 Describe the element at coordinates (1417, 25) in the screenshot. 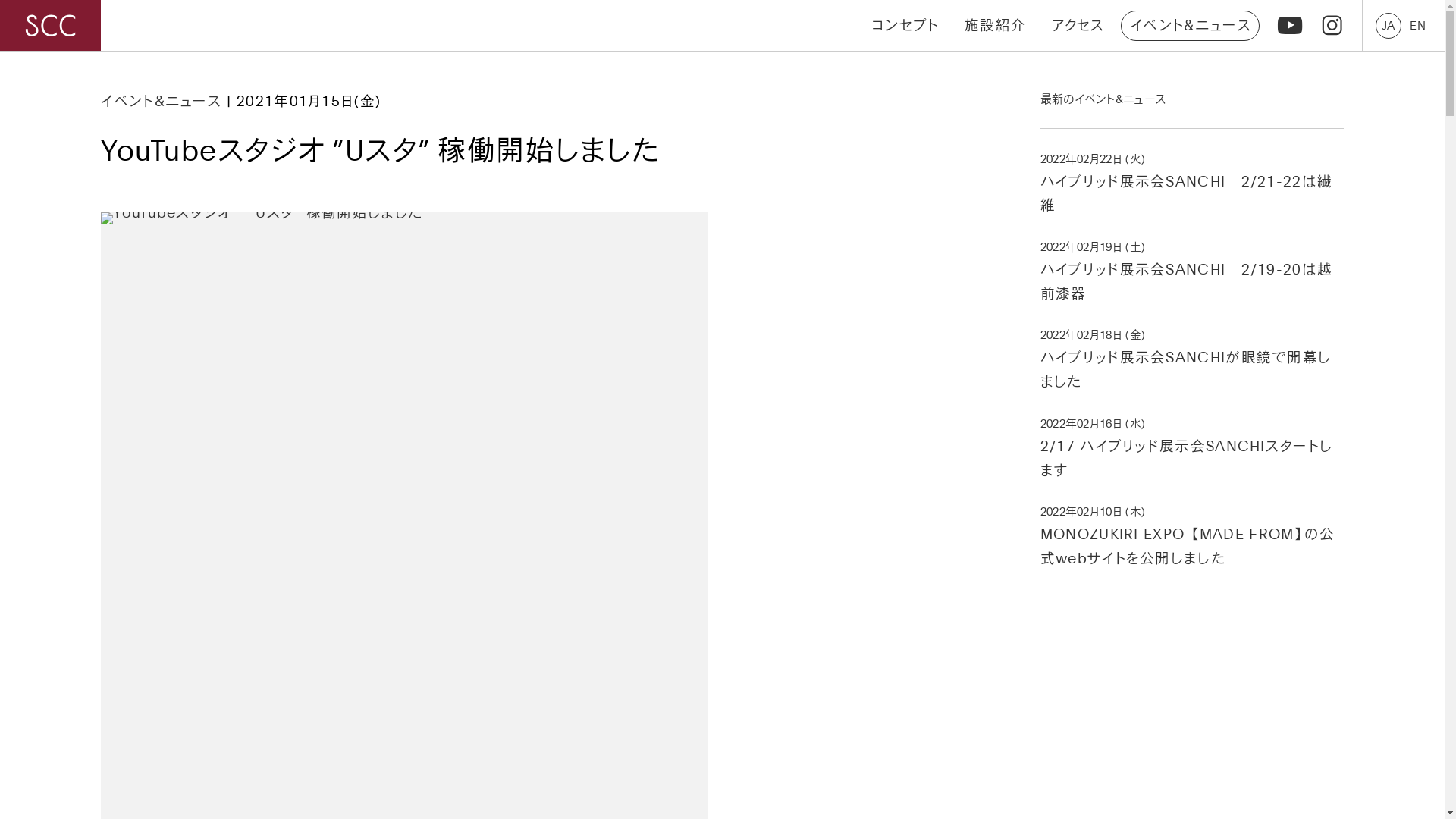

I see `'EN'` at that location.